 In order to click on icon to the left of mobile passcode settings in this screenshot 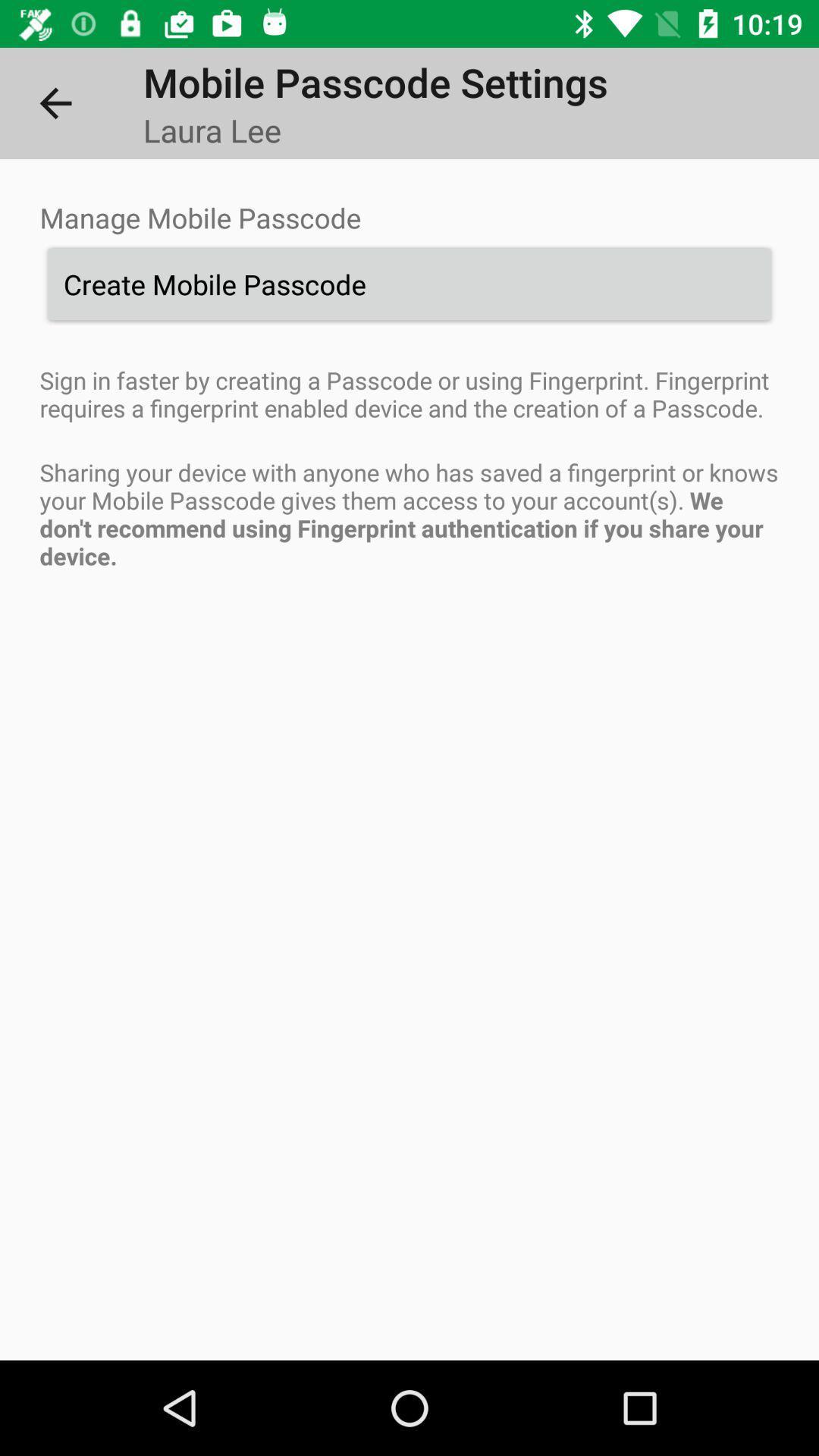, I will do `click(55, 102)`.